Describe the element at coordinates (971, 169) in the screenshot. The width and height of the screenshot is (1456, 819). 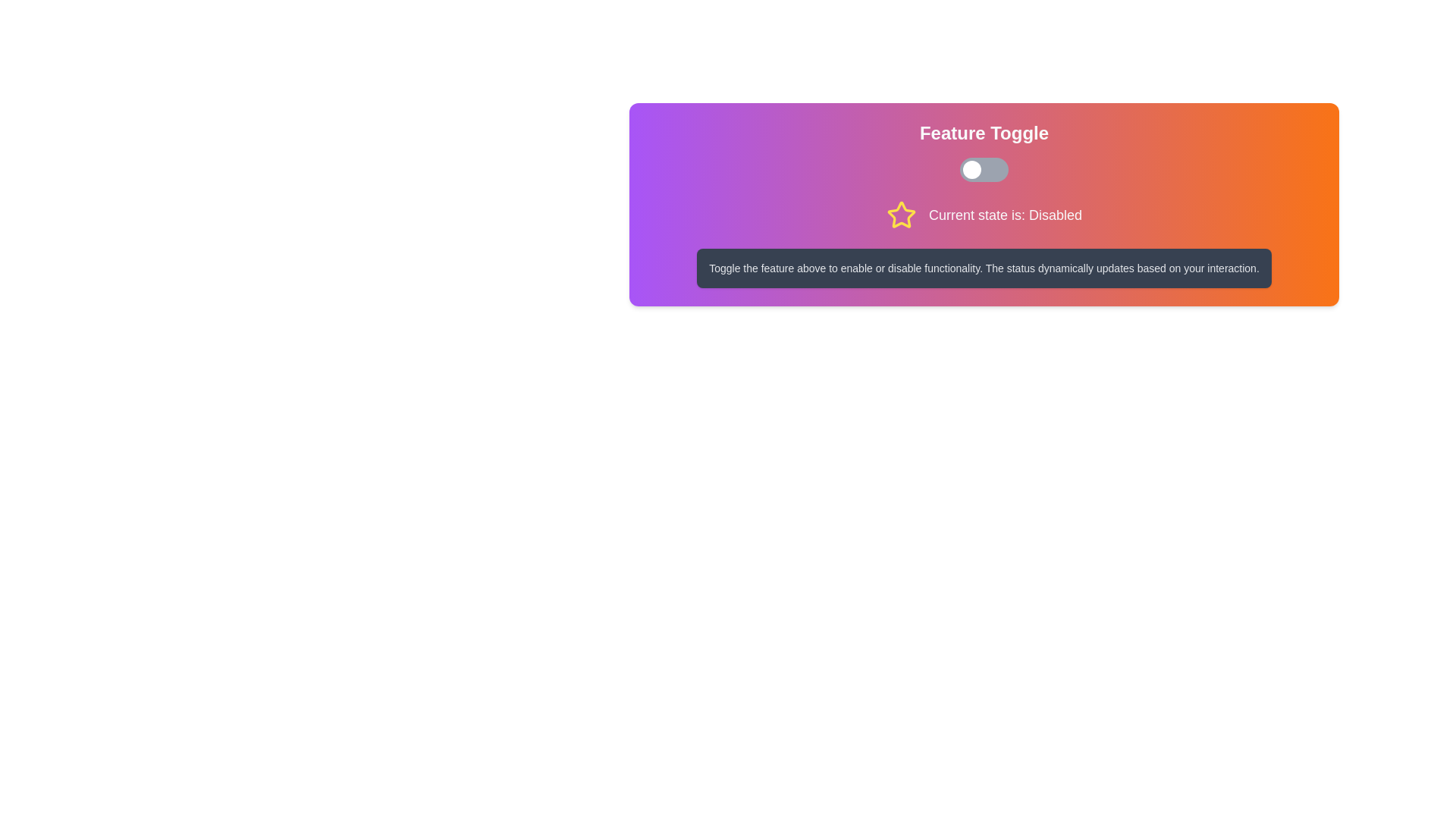
I see `the toggle indicator located on the rightmost side of the horizontal switch under the 'Feature Toggle' label` at that location.